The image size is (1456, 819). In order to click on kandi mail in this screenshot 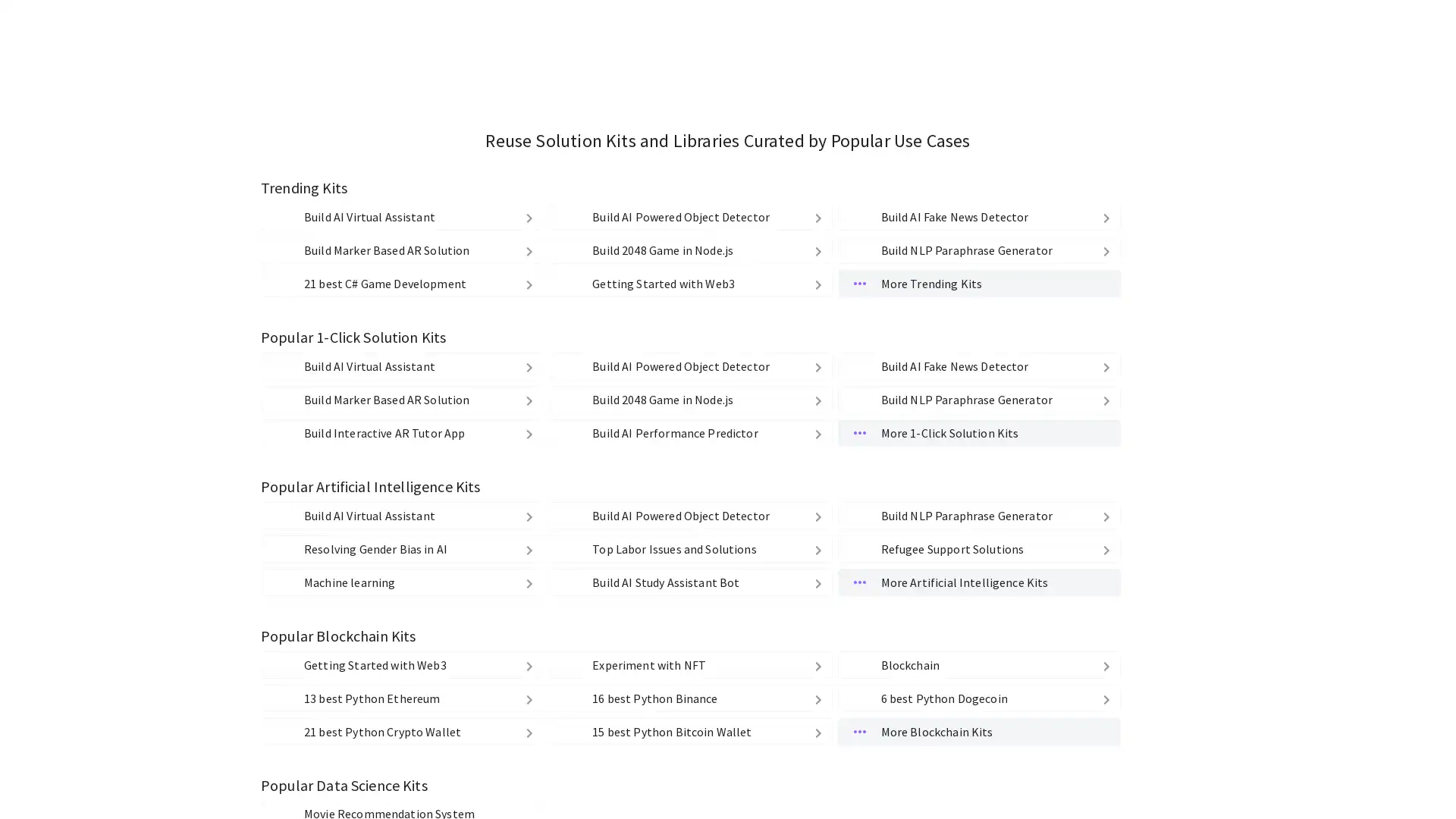, I will do `click(1419, 52)`.